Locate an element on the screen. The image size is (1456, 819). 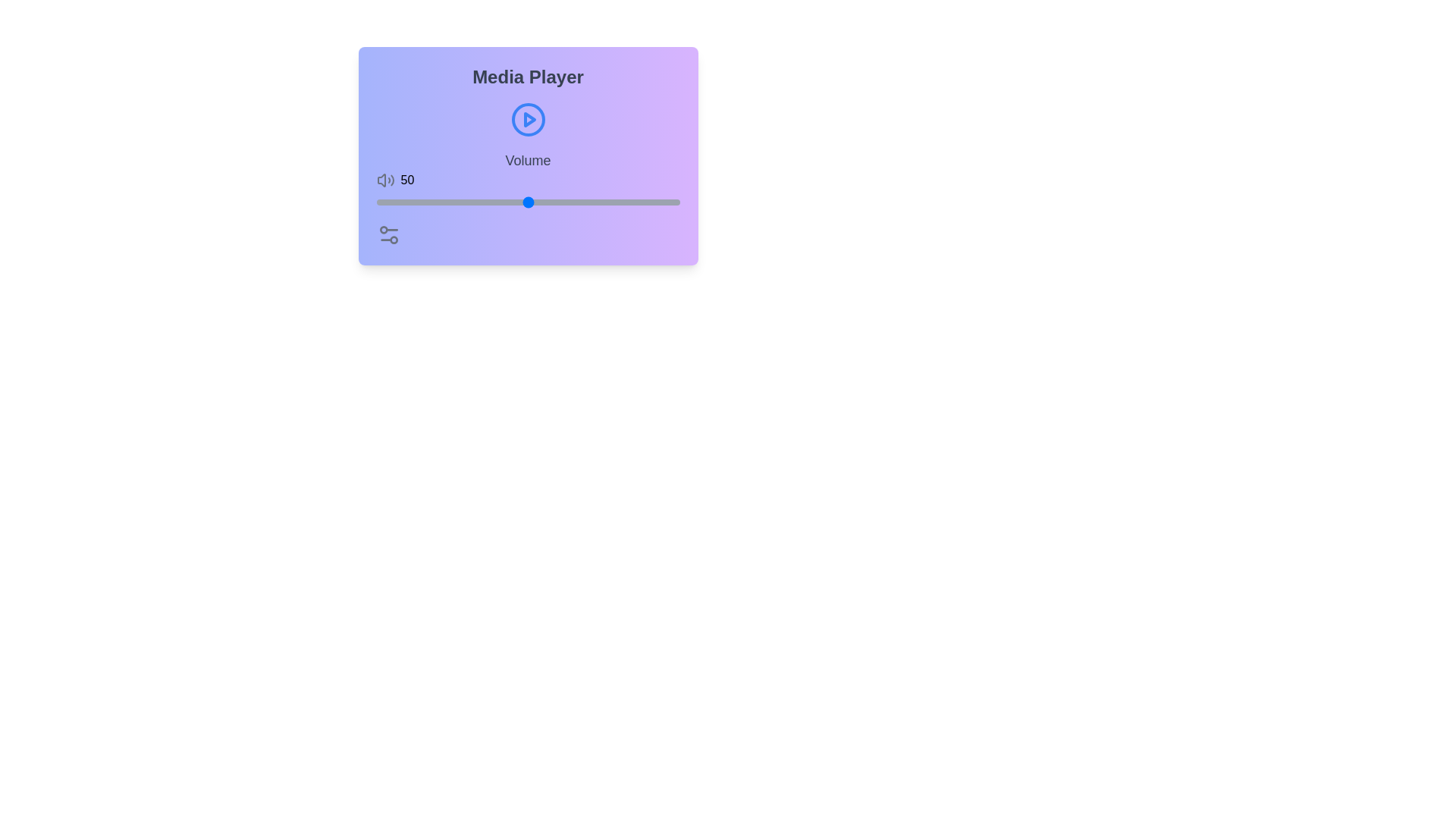
the volume level is located at coordinates (436, 201).